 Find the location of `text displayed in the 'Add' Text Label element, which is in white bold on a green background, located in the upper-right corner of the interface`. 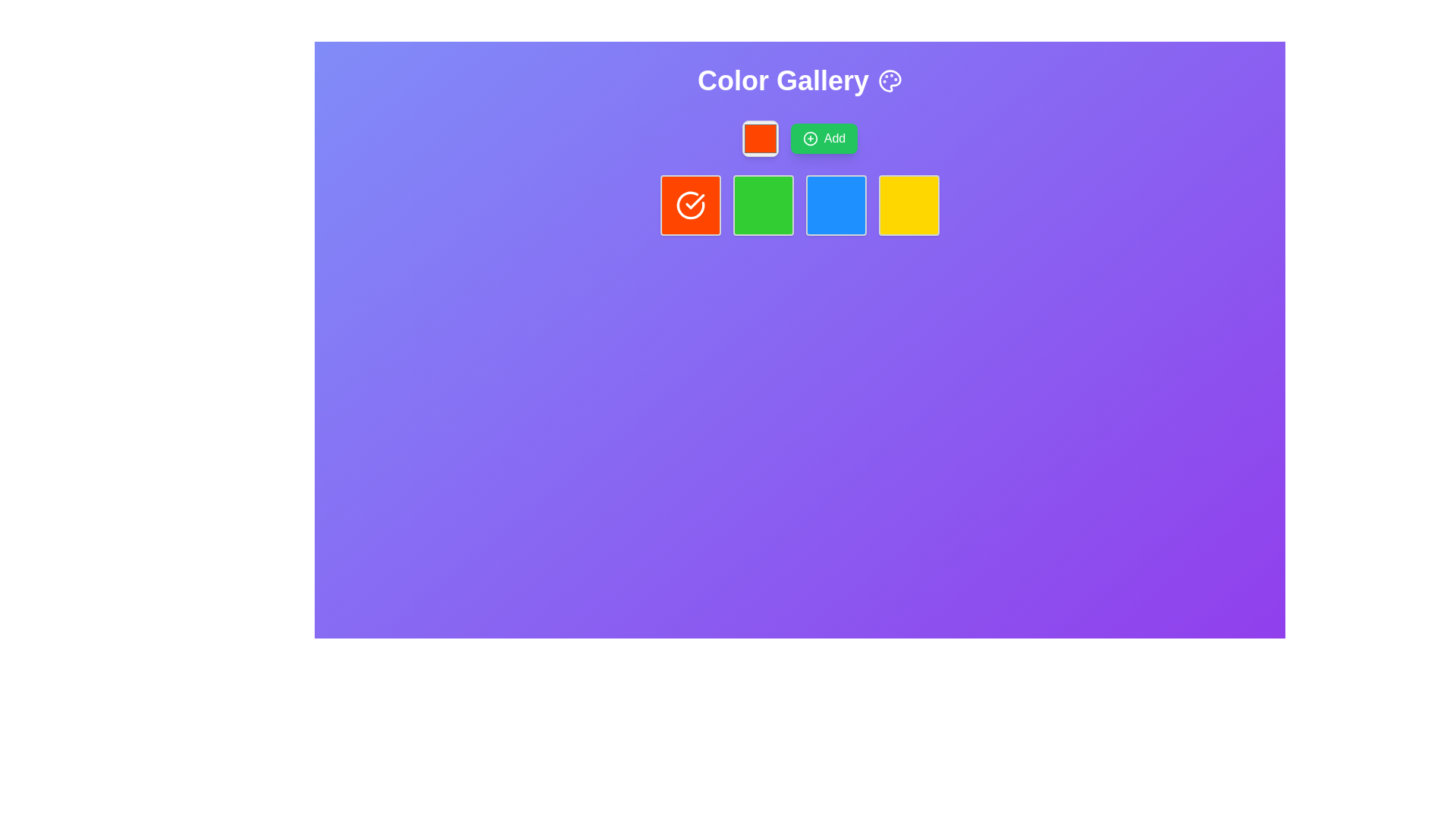

text displayed in the 'Add' Text Label element, which is in white bold on a green background, located in the upper-right corner of the interface is located at coordinates (833, 138).